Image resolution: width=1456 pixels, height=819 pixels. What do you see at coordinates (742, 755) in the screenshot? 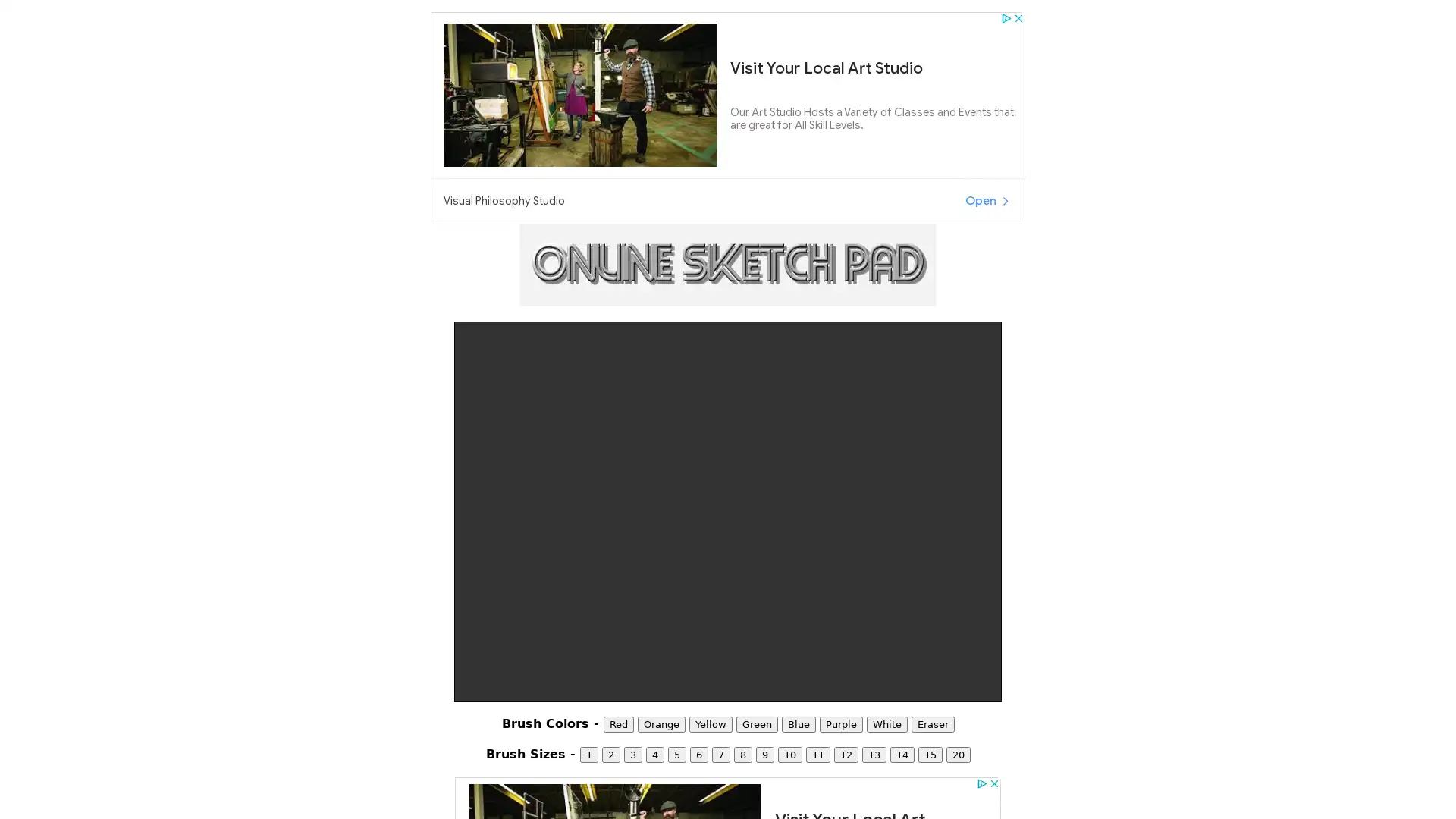
I see `8` at bounding box center [742, 755].